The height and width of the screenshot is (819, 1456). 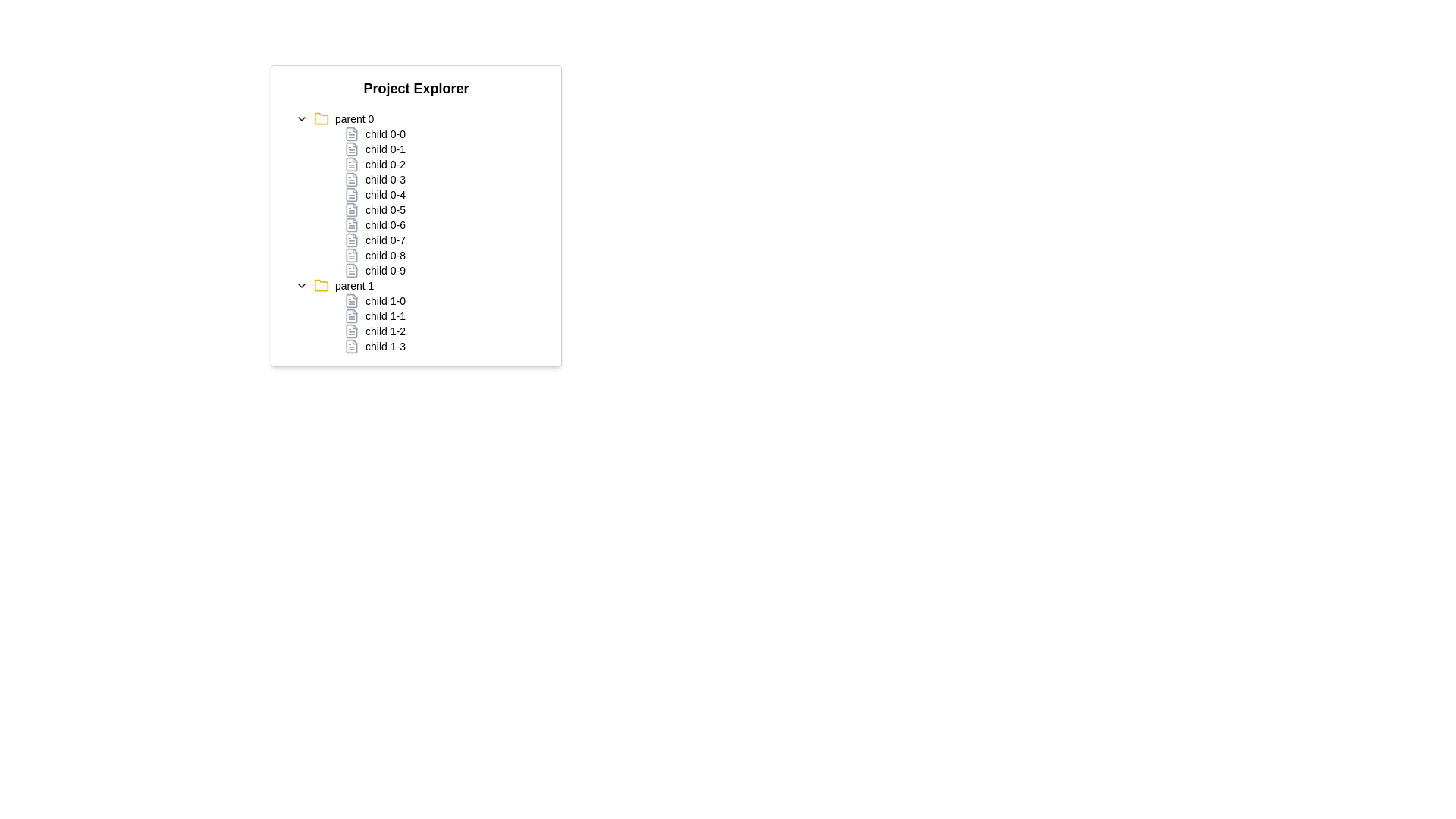 I want to click on the Text Label within the project explorer, so click(x=353, y=286).